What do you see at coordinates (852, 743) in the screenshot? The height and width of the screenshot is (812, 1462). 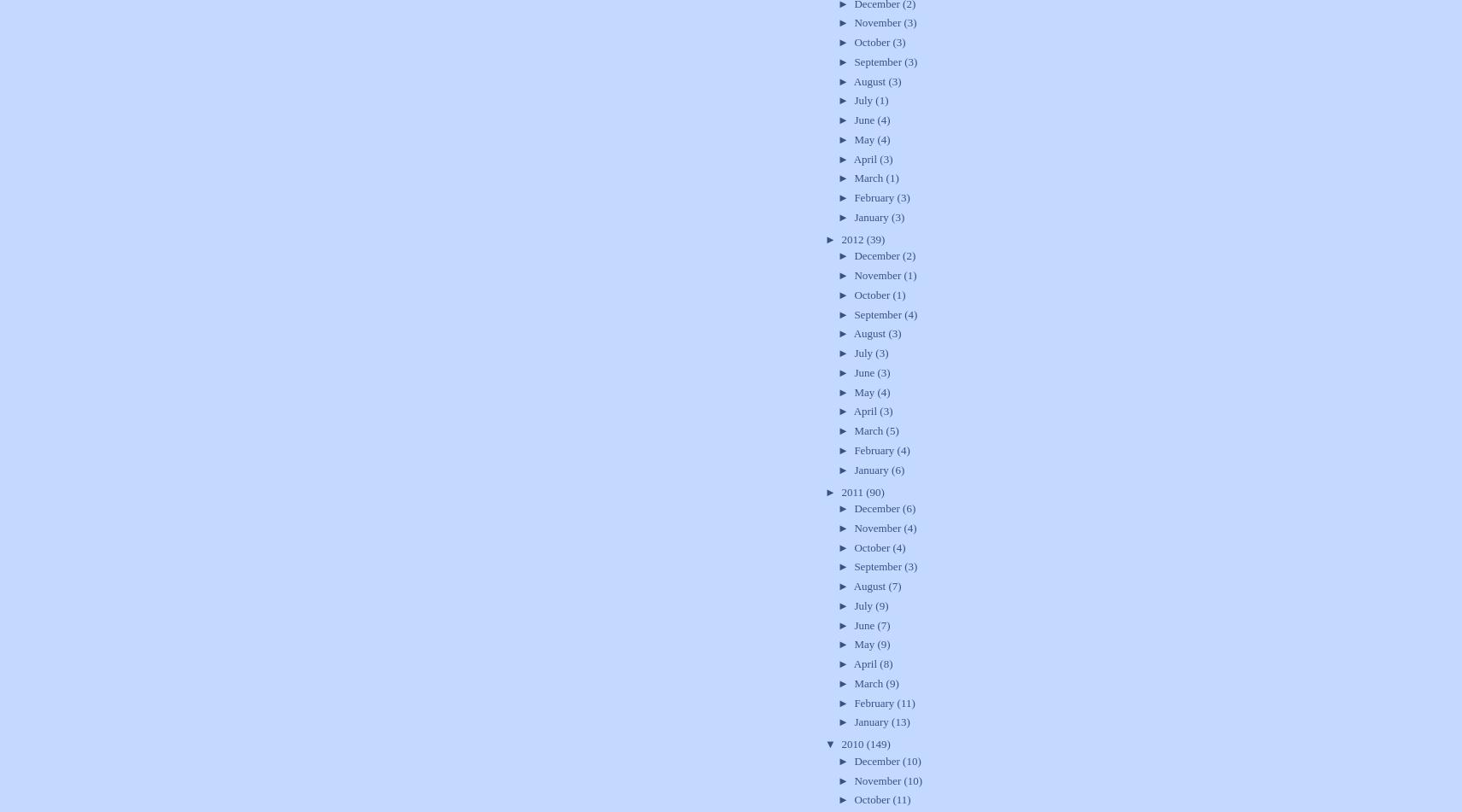 I see `'2010'` at bounding box center [852, 743].